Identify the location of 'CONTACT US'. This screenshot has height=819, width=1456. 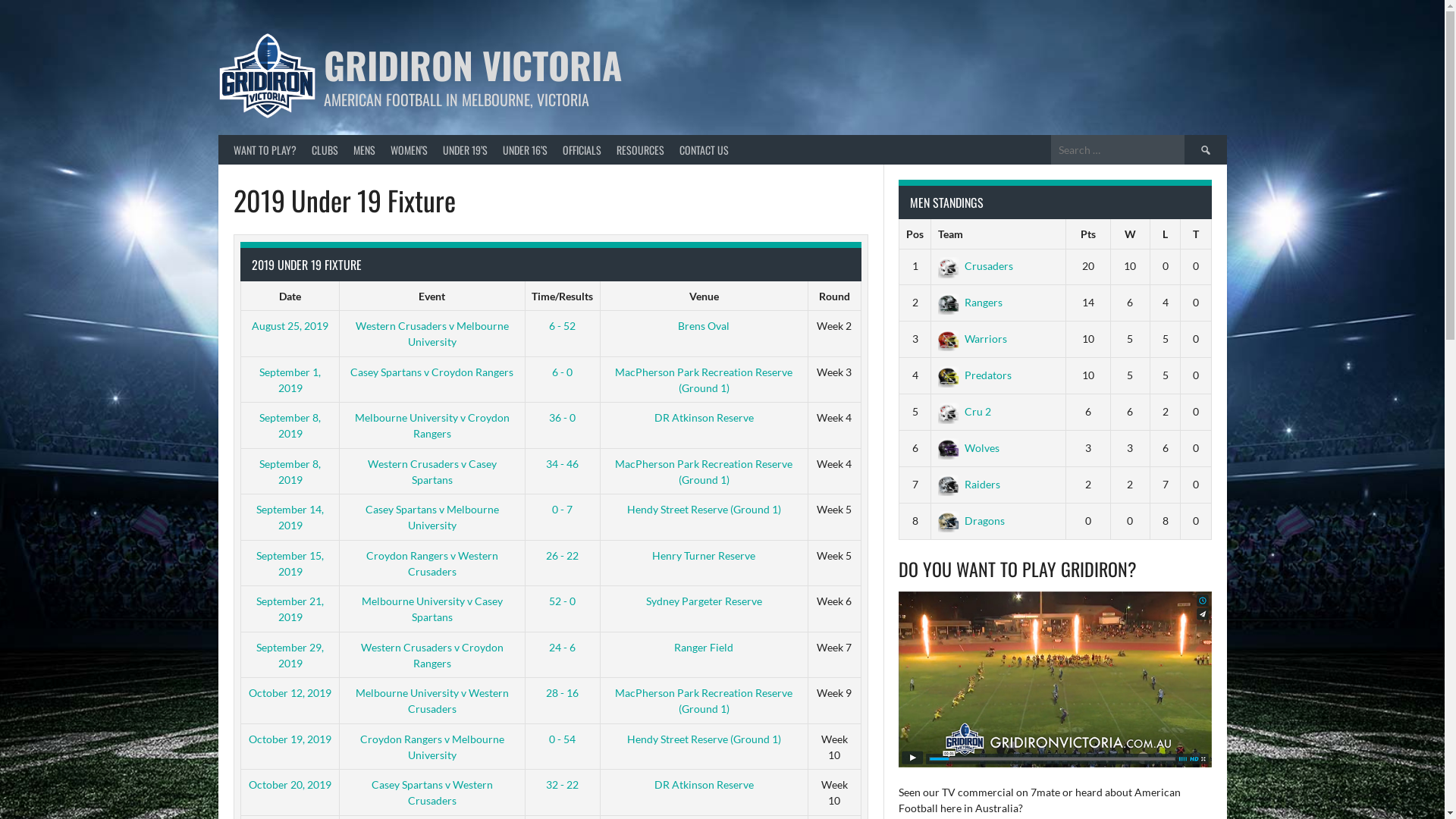
(703, 149).